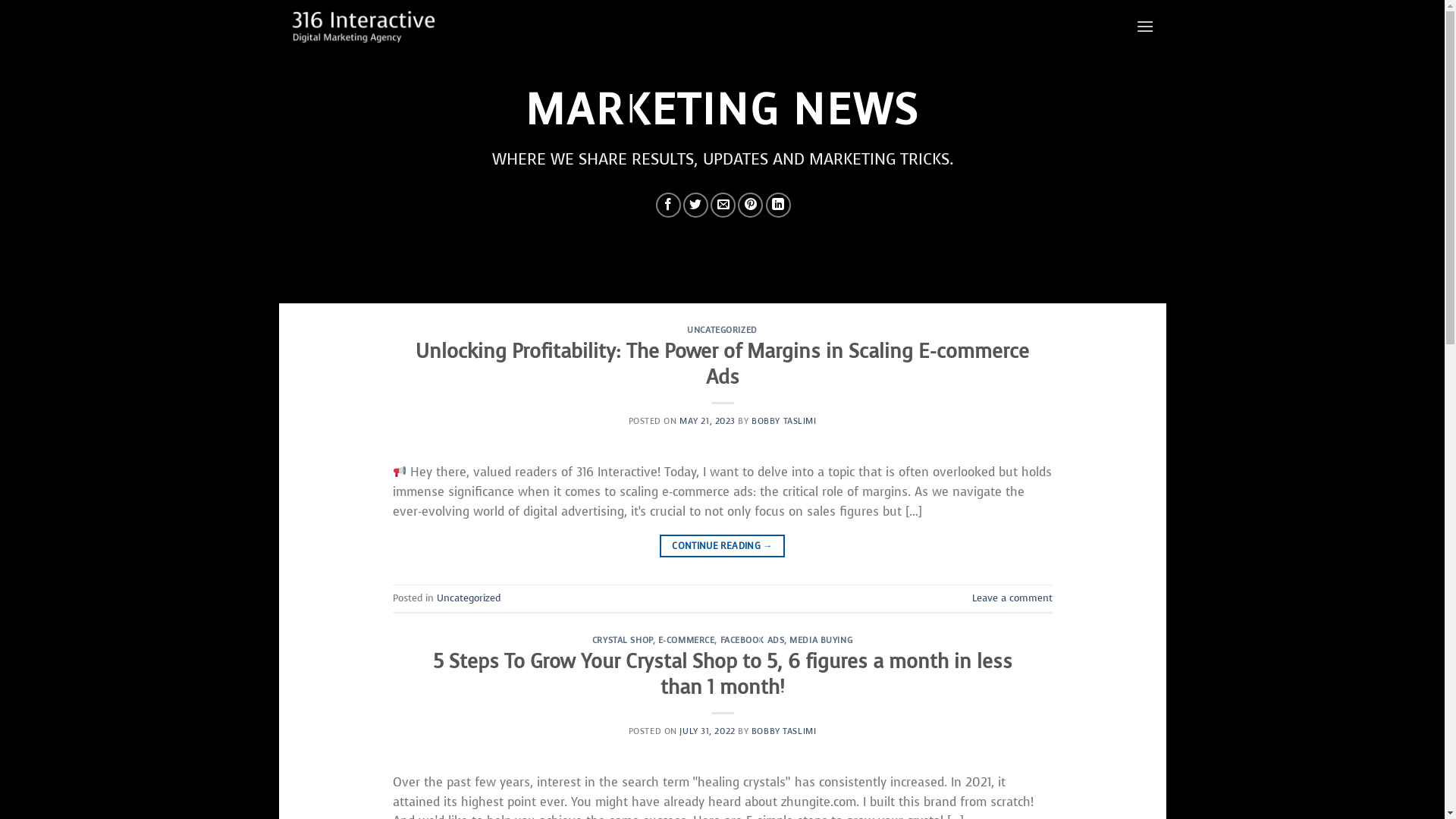 The height and width of the screenshot is (819, 1456). Describe the element at coordinates (686, 640) in the screenshot. I see `'E-COMMERCE'` at that location.